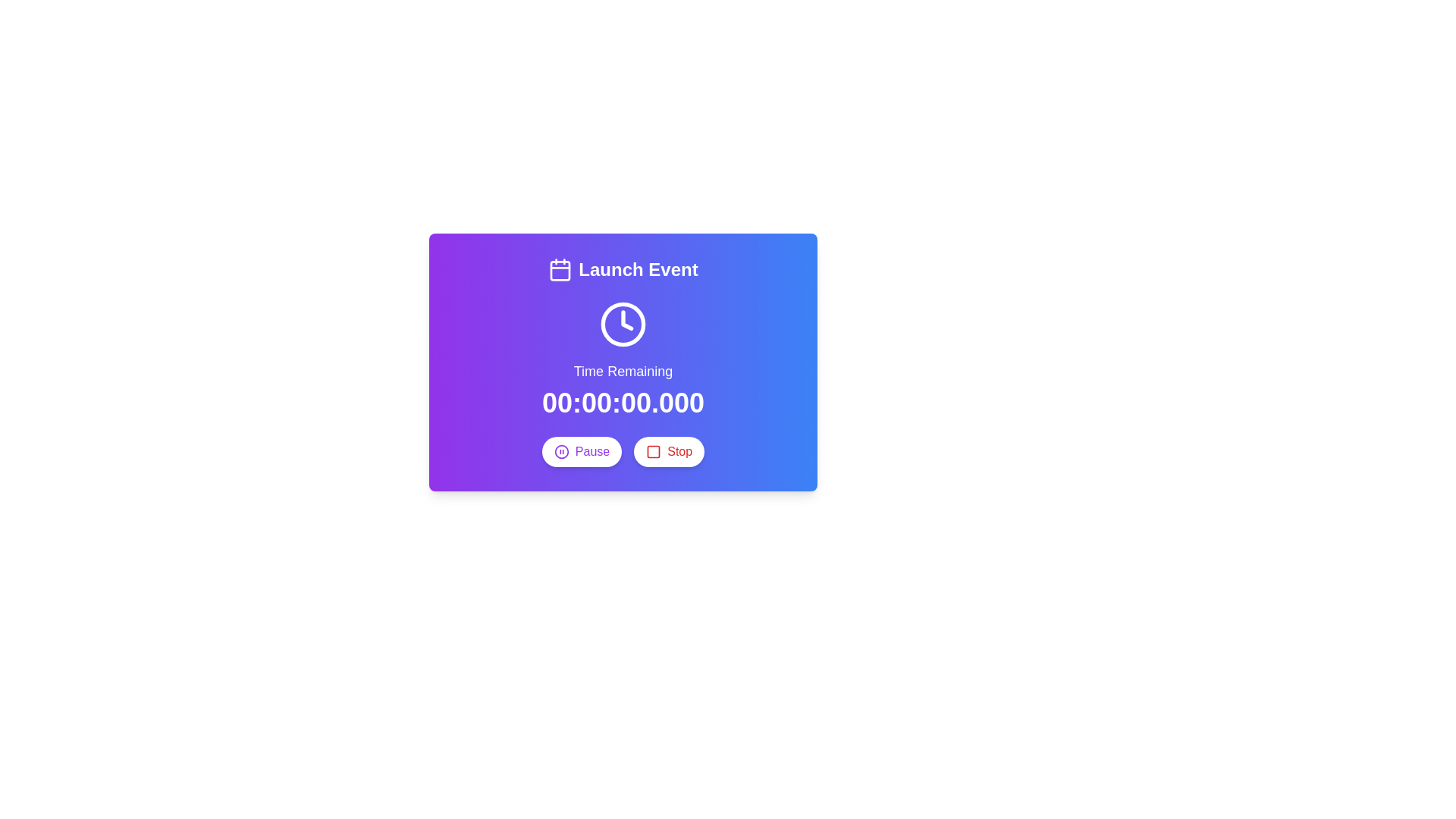  What do you see at coordinates (654, 451) in the screenshot?
I see `the square outline icon with rounded corners that is part of the 'Stop' button, located in the lower-right corner of the card interface` at bounding box center [654, 451].